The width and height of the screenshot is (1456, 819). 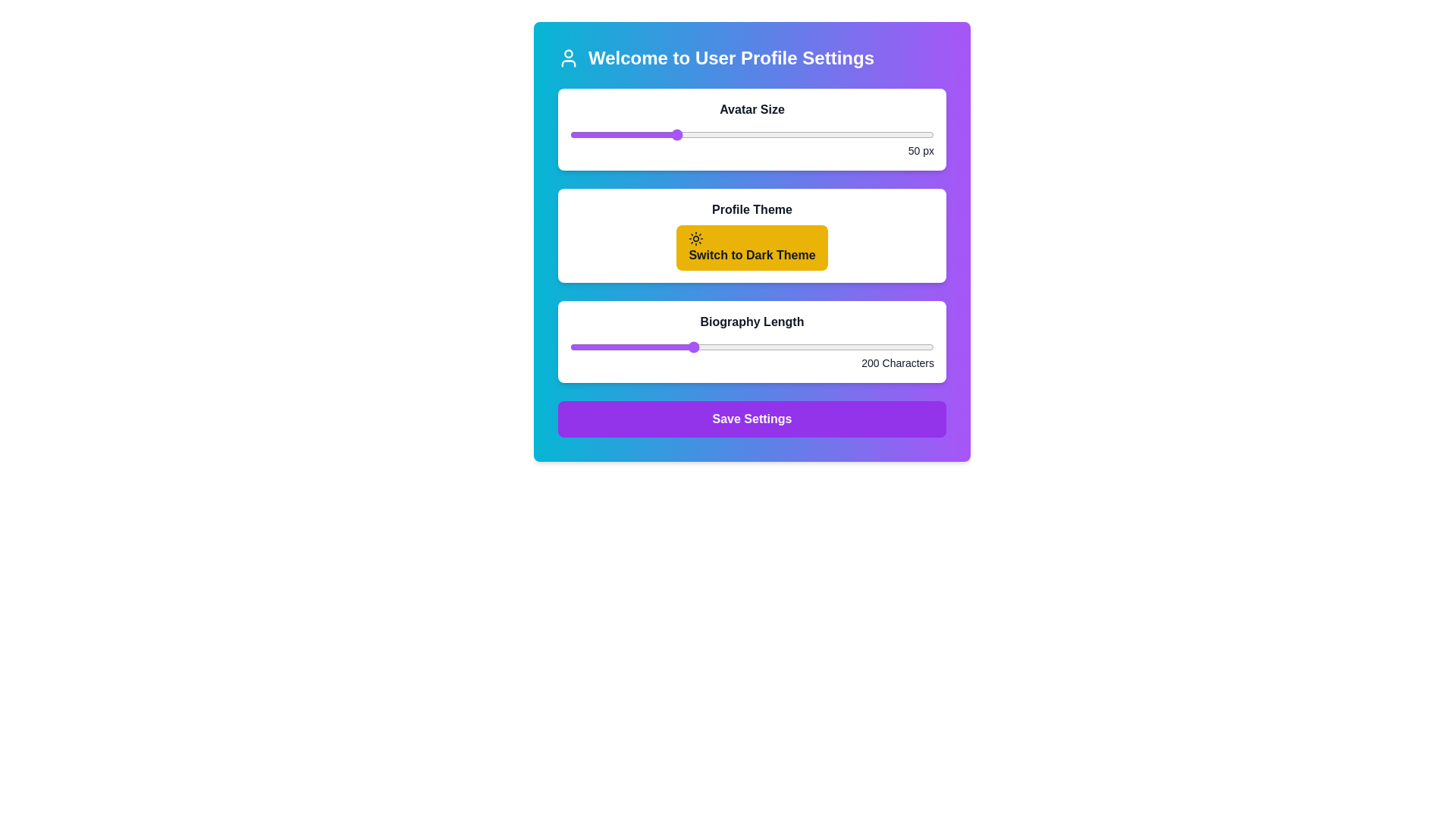 What do you see at coordinates (851, 133) in the screenshot?
I see `avatar size` at bounding box center [851, 133].